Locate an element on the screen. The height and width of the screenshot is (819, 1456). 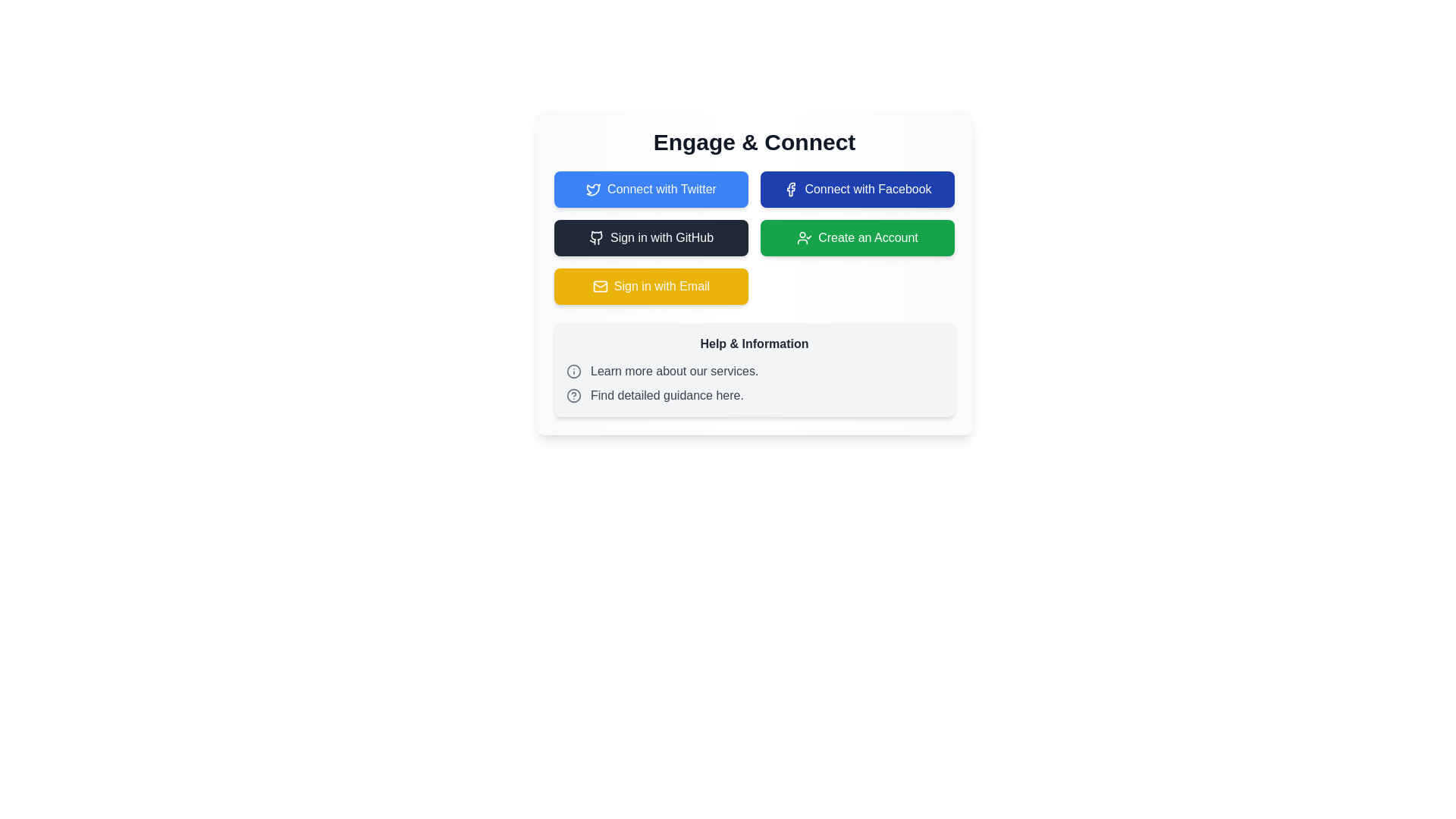
the Facebook icon located to the left of the 'Connect with Facebook' text within the button labeled 'Connect with Facebook' is located at coordinates (790, 189).